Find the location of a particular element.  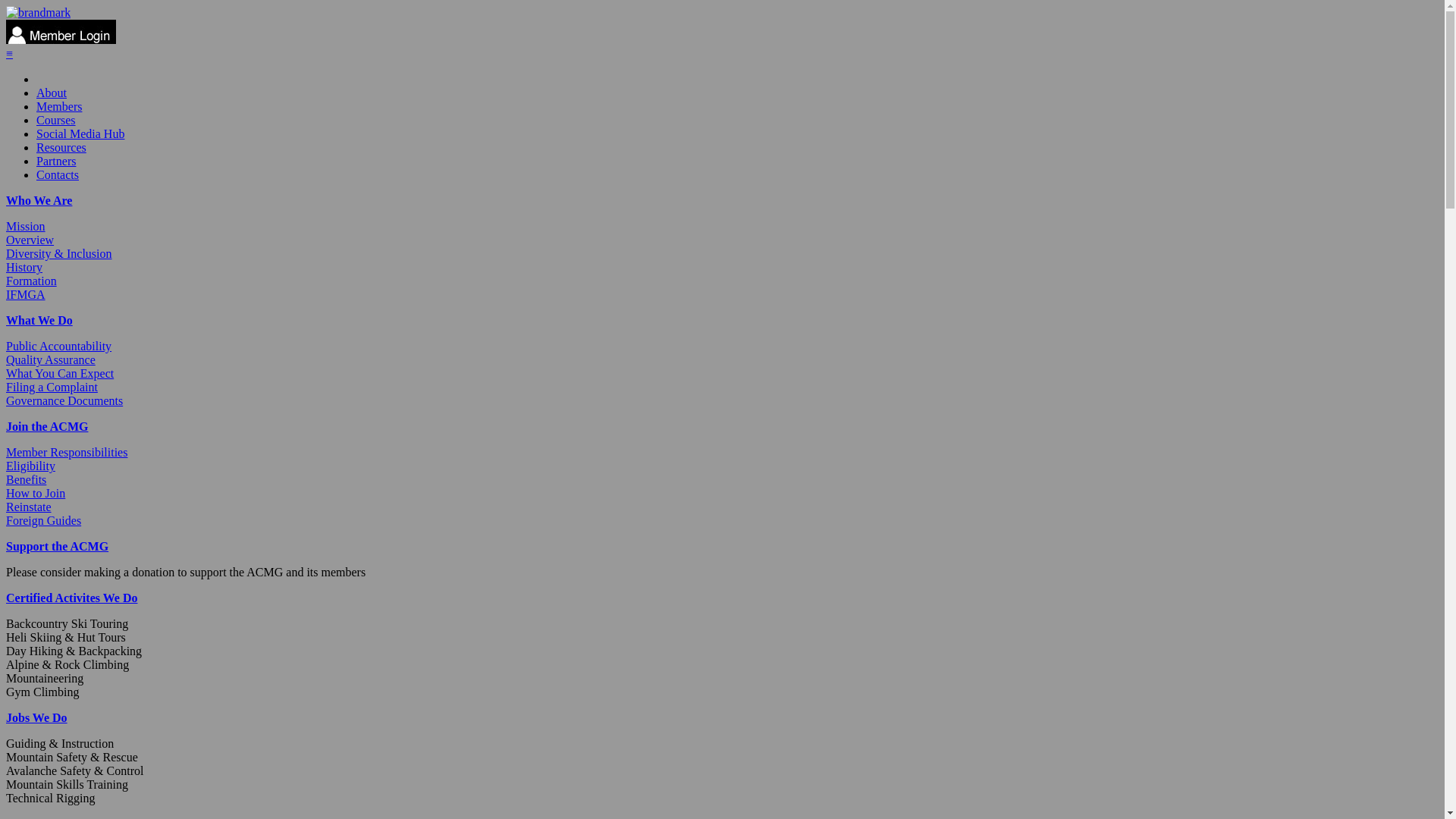

'Mission' is located at coordinates (25, 226).